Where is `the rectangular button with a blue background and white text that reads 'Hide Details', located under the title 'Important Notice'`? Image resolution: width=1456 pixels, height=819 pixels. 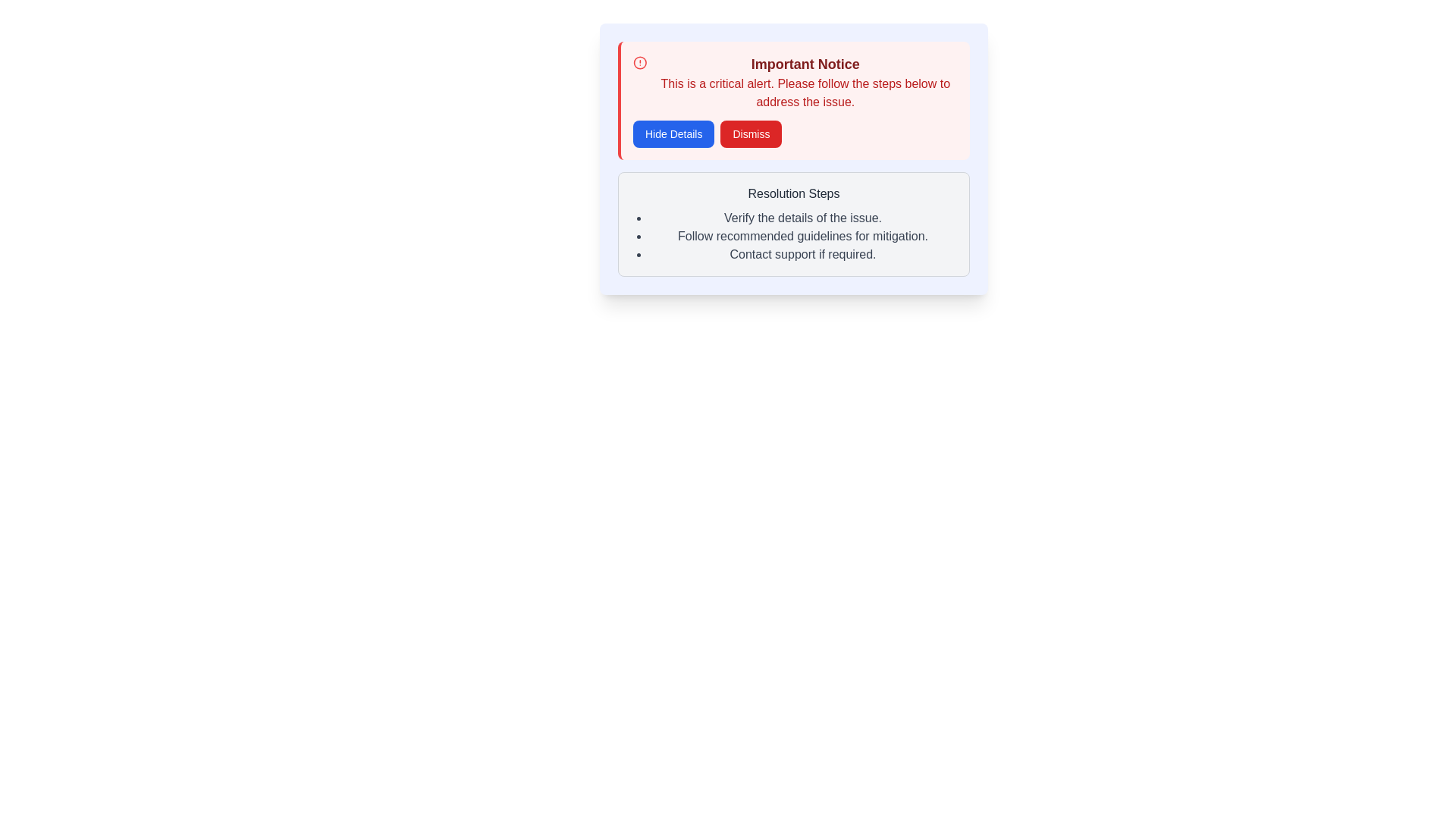
the rectangular button with a blue background and white text that reads 'Hide Details', located under the title 'Important Notice' is located at coordinates (673, 133).